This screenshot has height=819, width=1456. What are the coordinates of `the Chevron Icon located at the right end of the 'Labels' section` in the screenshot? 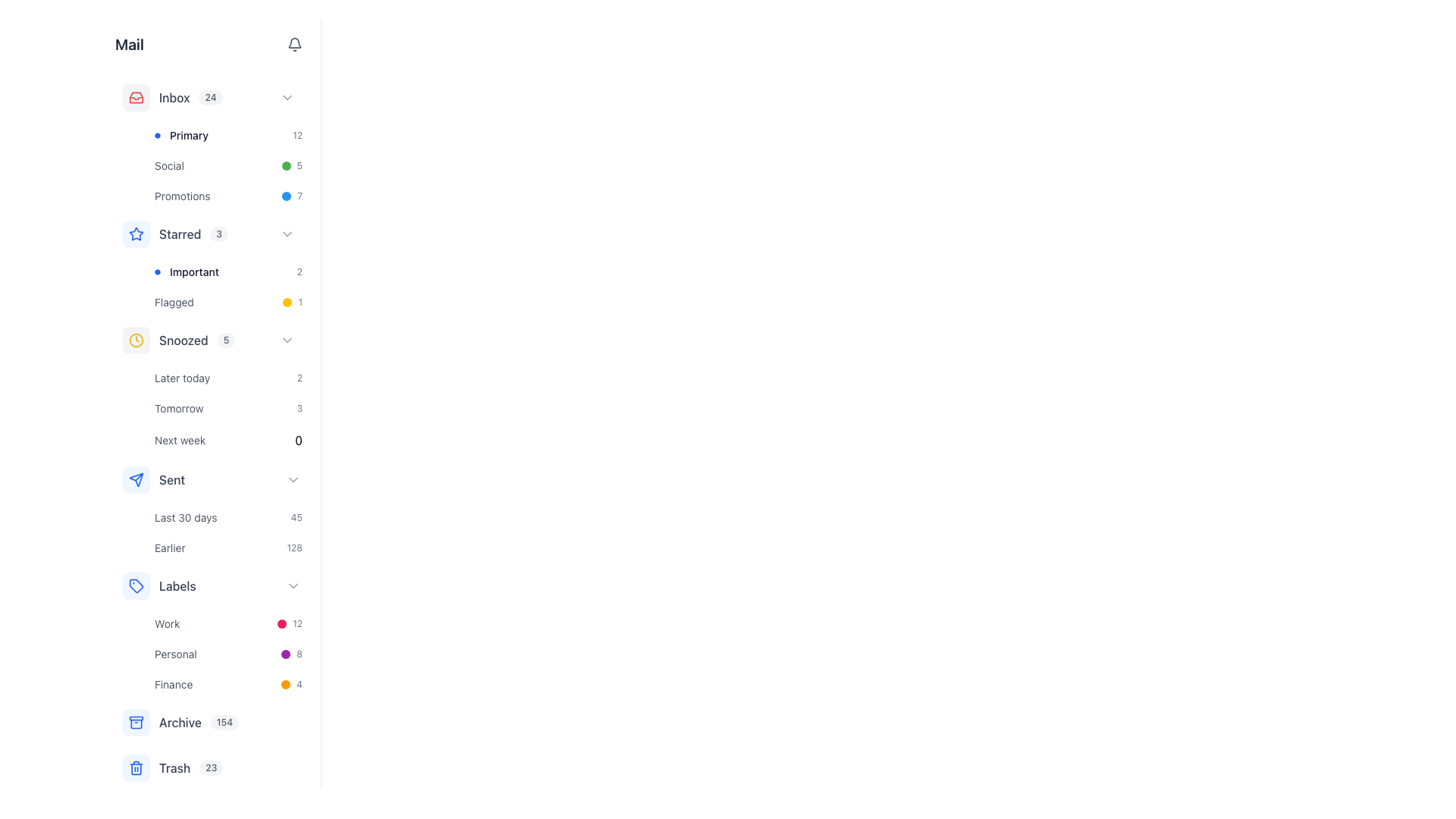 It's located at (293, 585).